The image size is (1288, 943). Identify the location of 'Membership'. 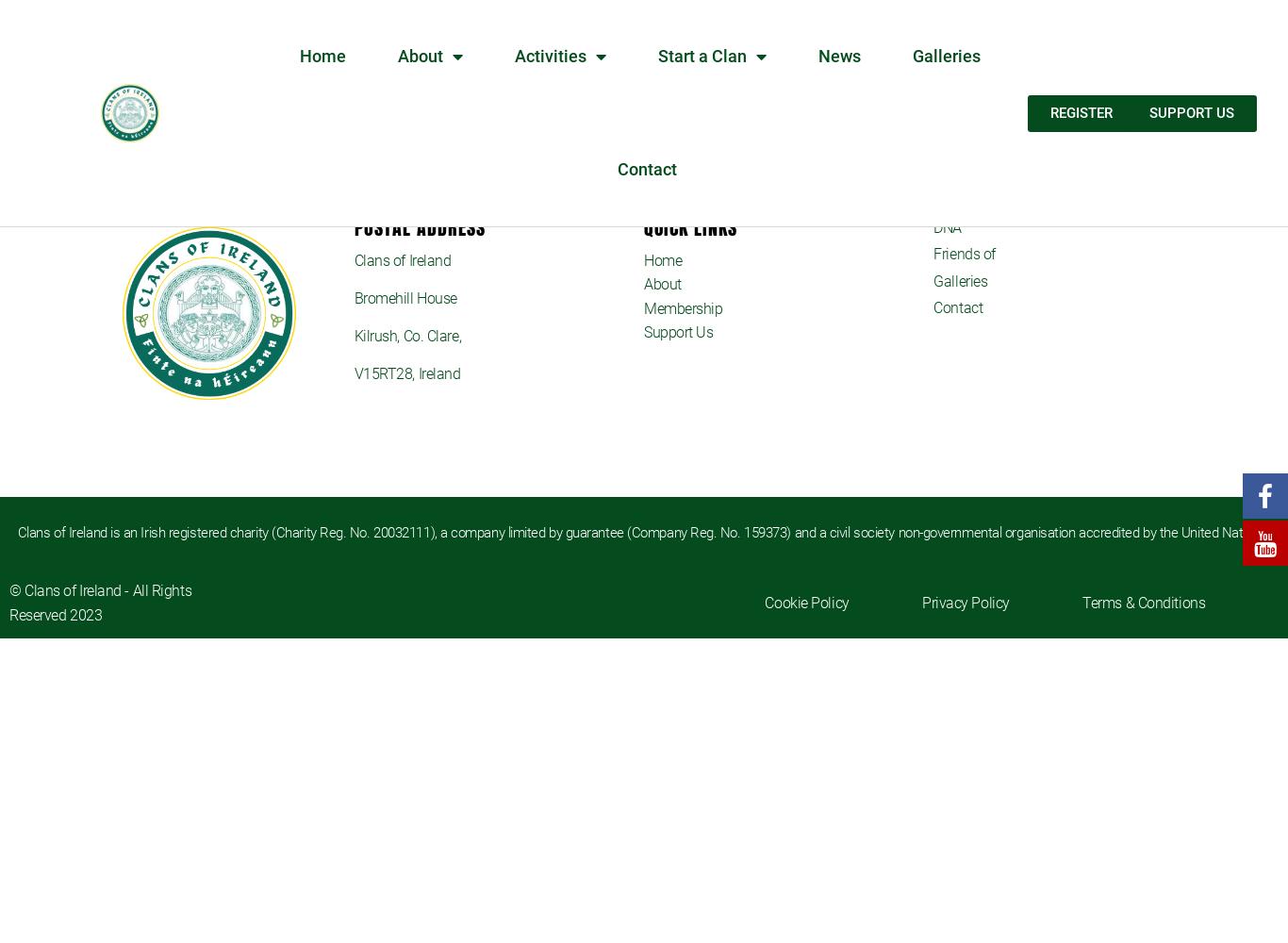
(642, 306).